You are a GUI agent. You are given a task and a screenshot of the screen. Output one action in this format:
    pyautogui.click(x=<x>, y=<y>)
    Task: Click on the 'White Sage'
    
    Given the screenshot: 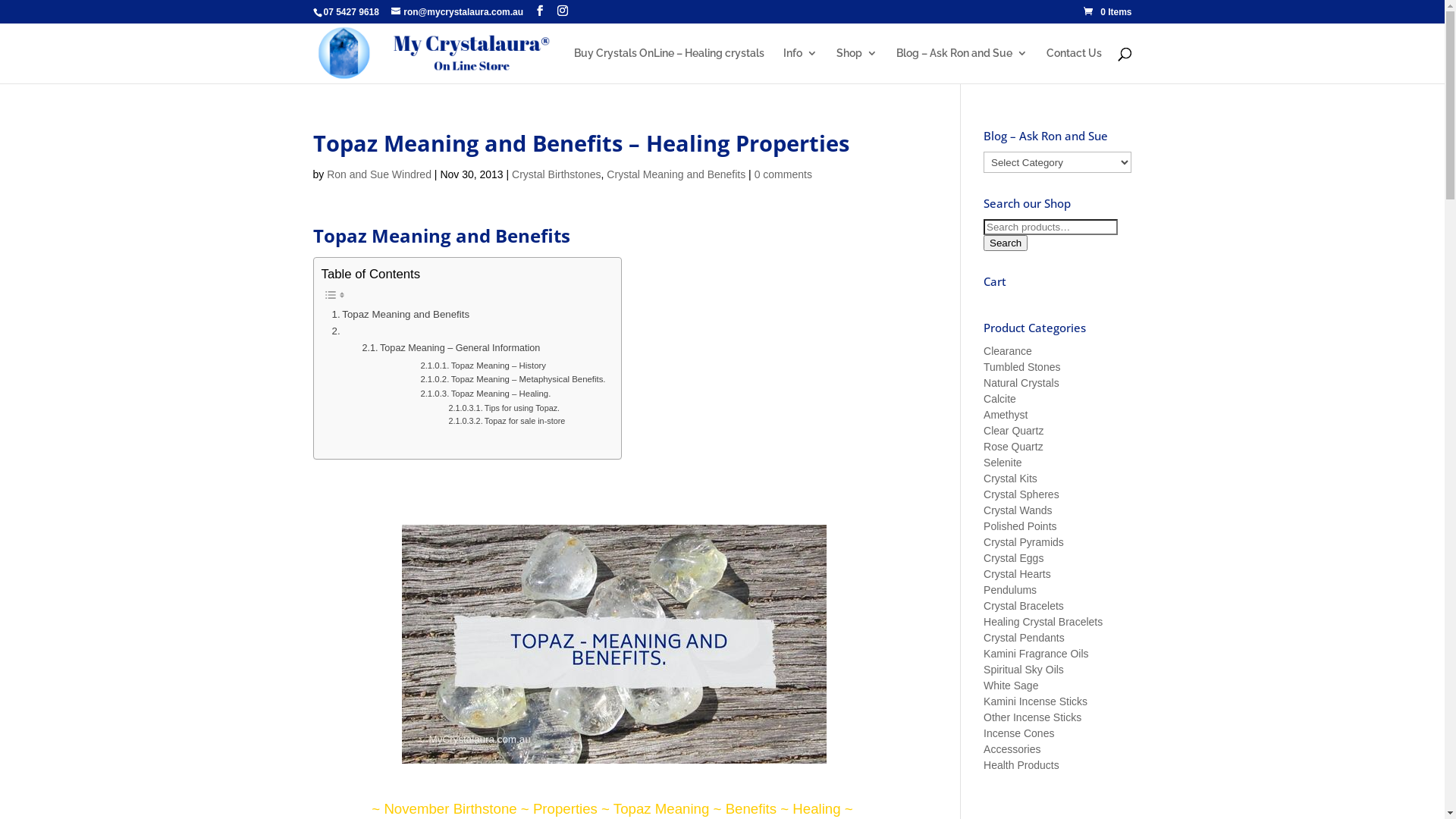 What is the action you would take?
    pyautogui.click(x=1011, y=685)
    